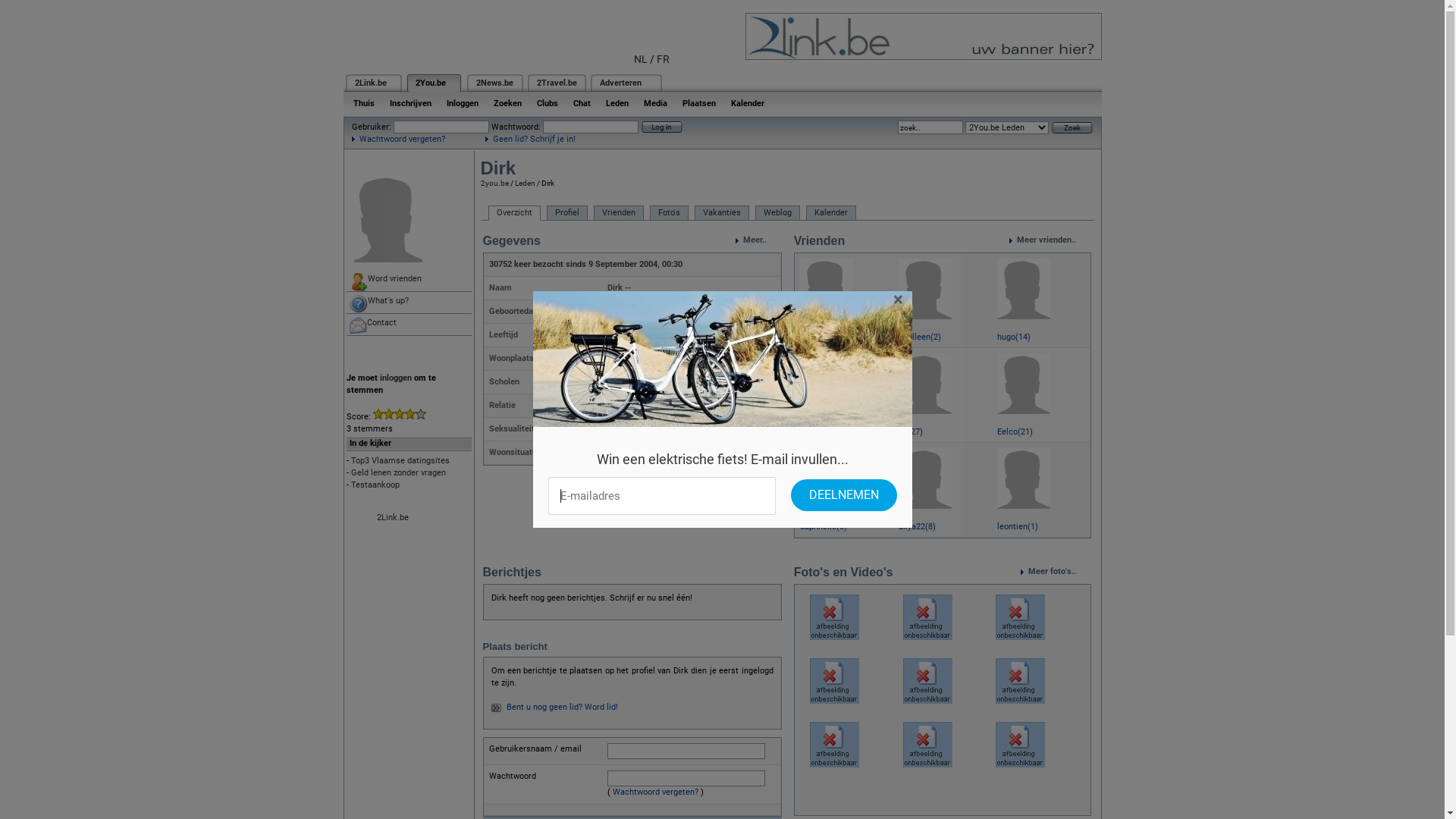 This screenshot has width=1456, height=819. What do you see at coordinates (556, 83) in the screenshot?
I see `'2Travel.be'` at bounding box center [556, 83].